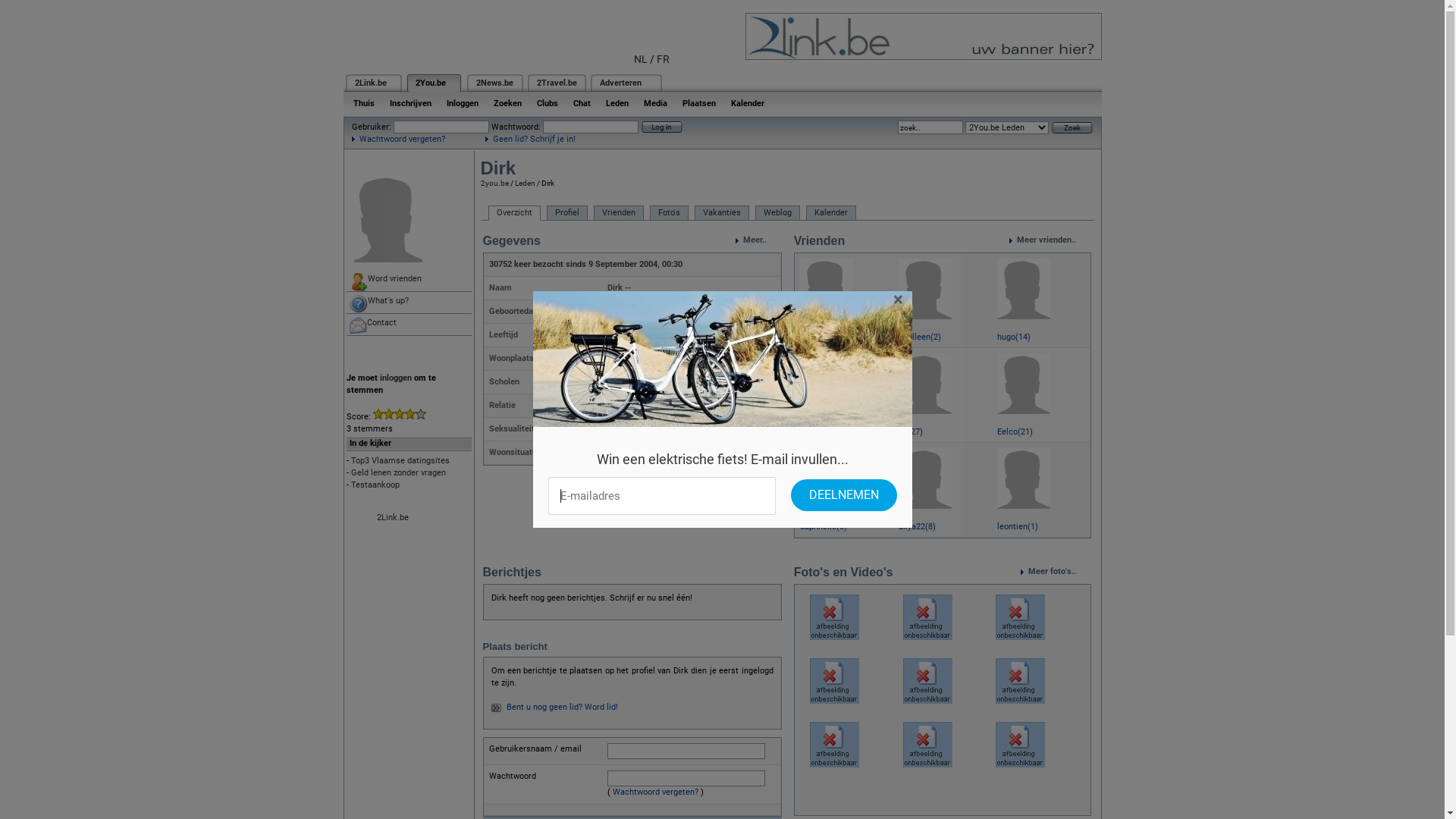 This screenshot has width=1456, height=819. What do you see at coordinates (556, 83) in the screenshot?
I see `'2Travel.be'` at bounding box center [556, 83].